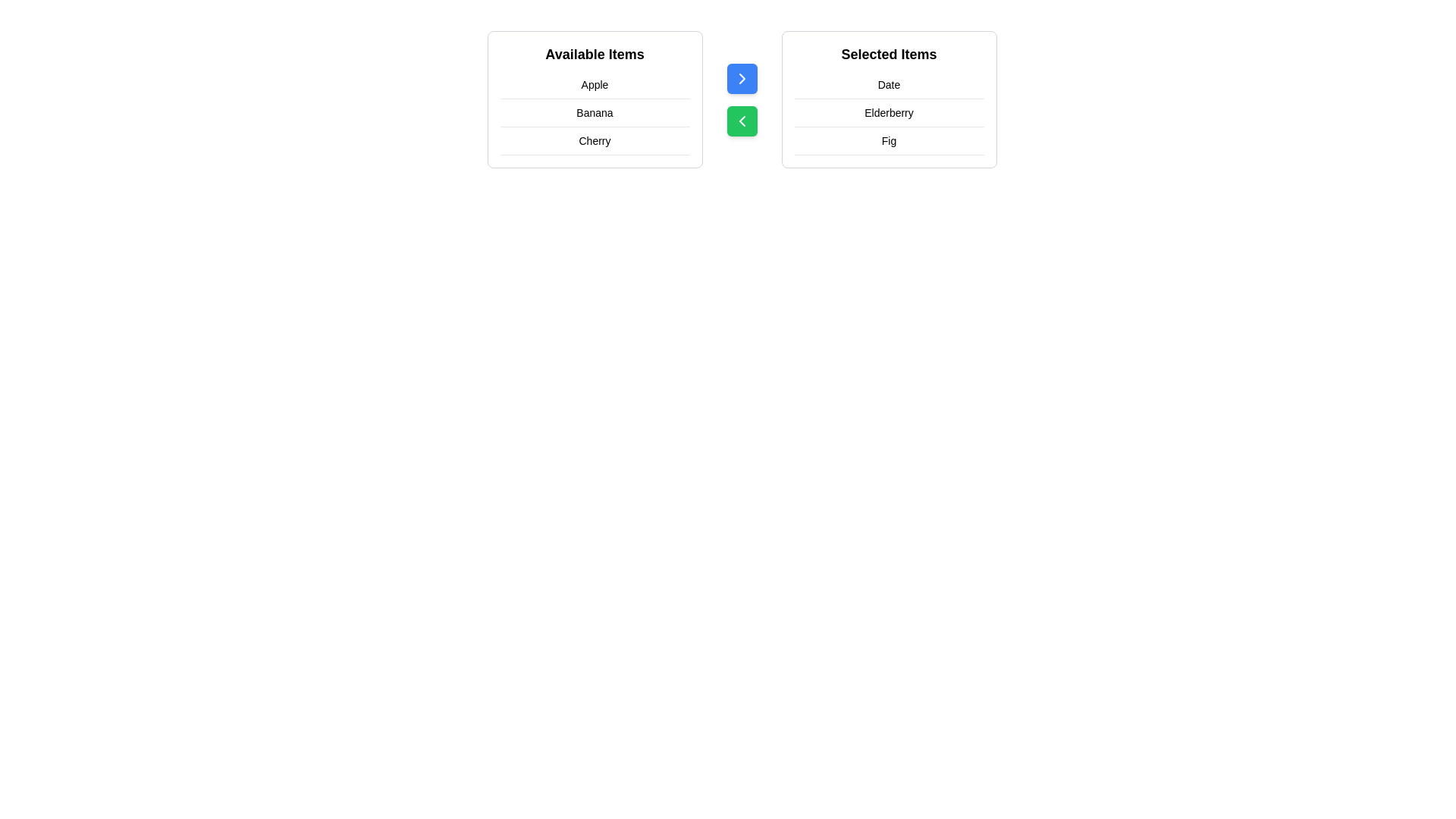 Image resolution: width=1456 pixels, height=819 pixels. I want to click on the green rectangular button with rounded corners that has a leftward-pointing white arrow, located centrally between the 'Available Items' and 'Selected Items' lists, so click(742, 120).